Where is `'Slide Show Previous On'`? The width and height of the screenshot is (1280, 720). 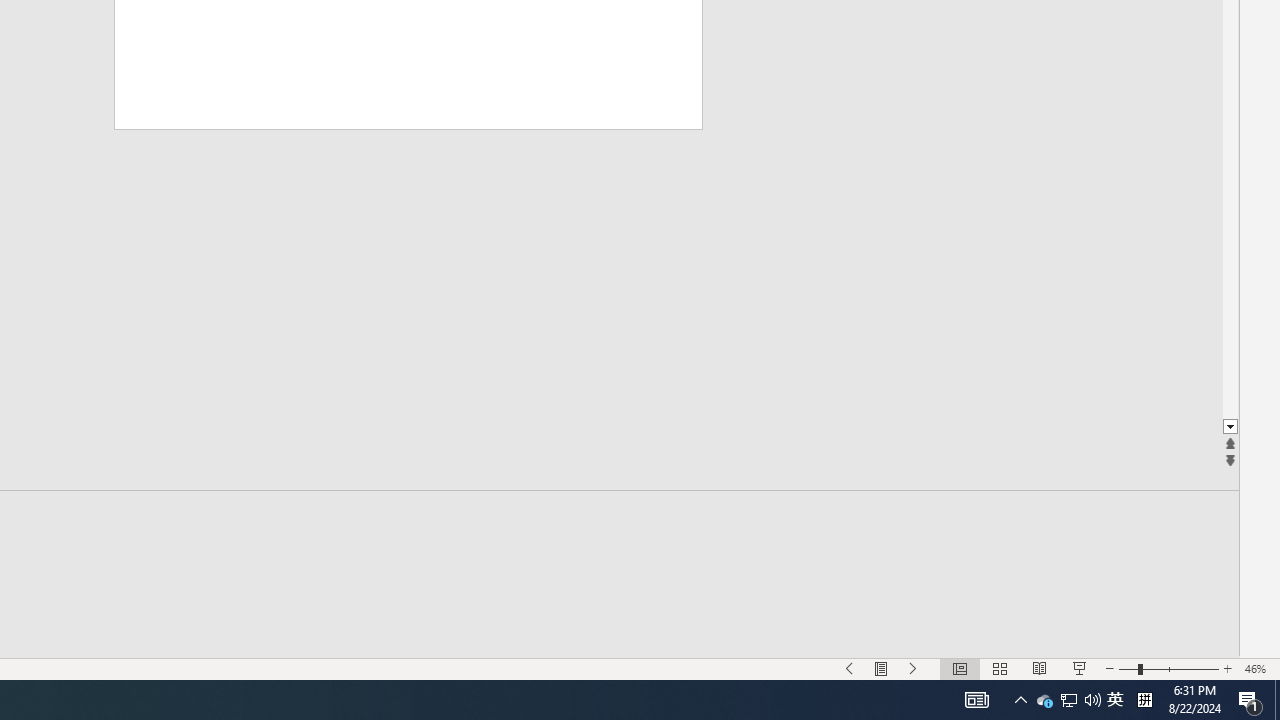
'Slide Show Previous On' is located at coordinates (850, 669).